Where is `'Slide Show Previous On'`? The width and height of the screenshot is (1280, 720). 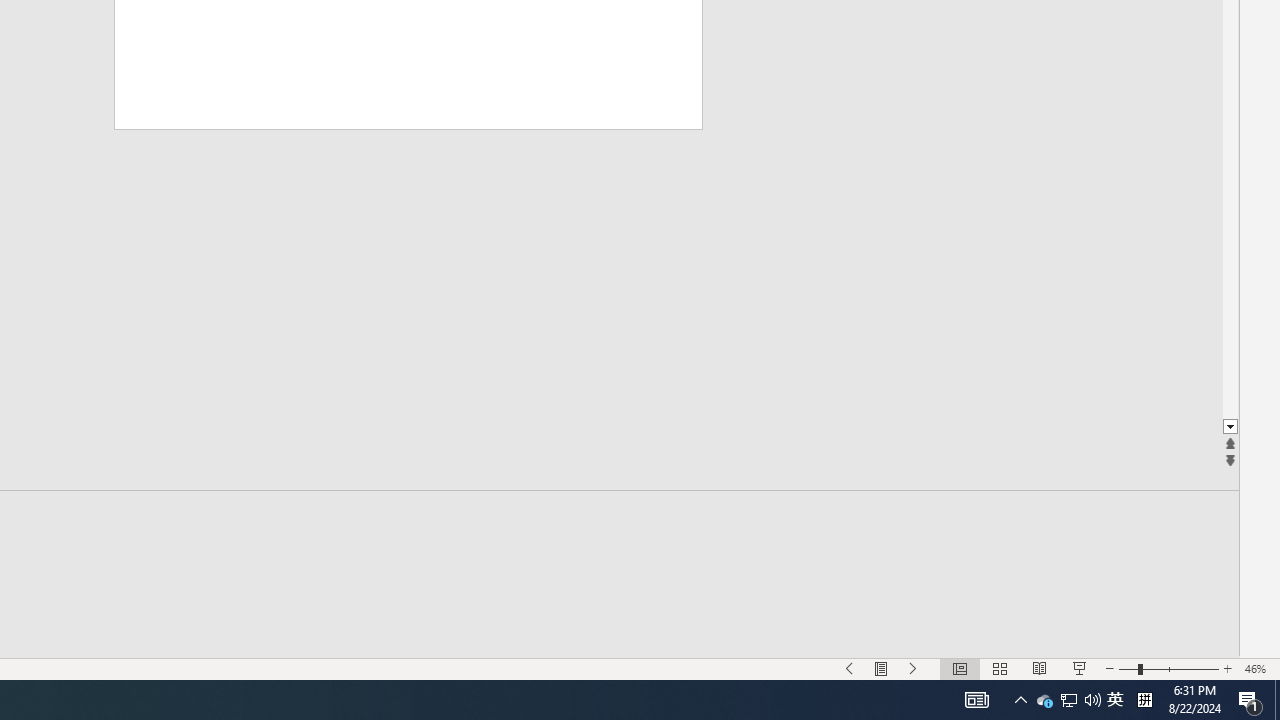
'Slide Show Previous On' is located at coordinates (850, 669).